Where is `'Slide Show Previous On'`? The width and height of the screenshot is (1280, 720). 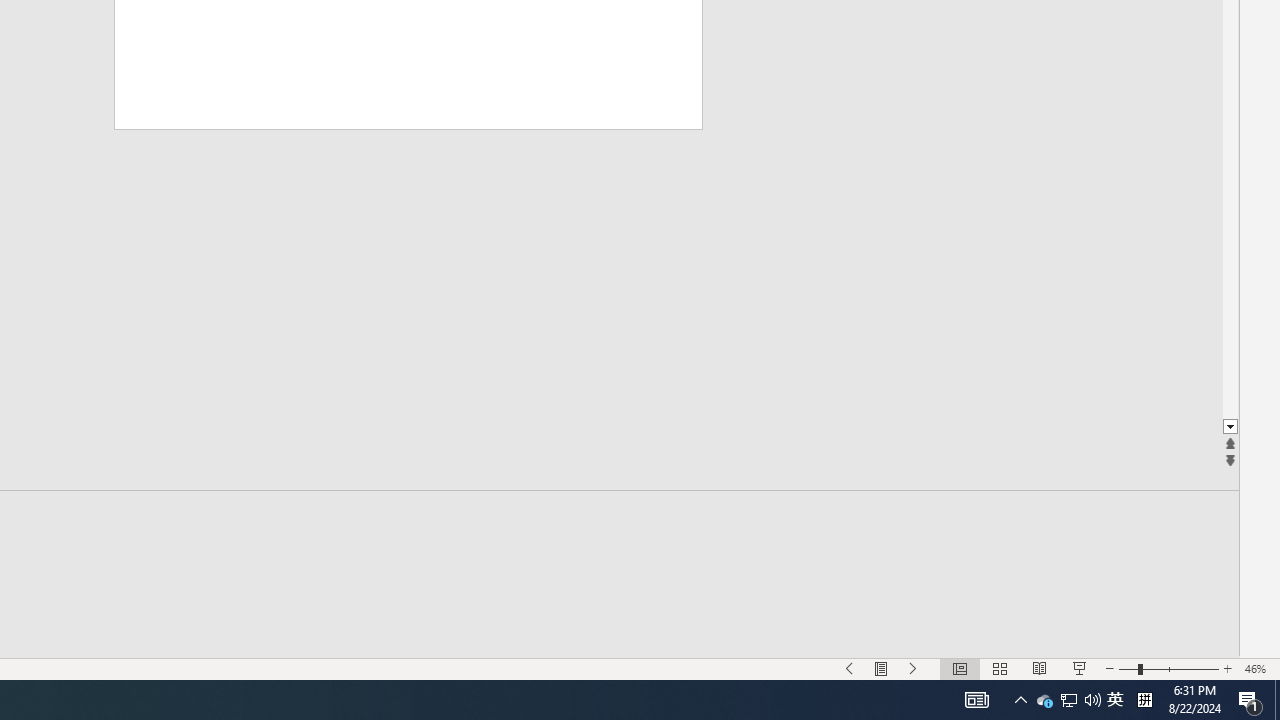
'Slide Show Previous On' is located at coordinates (850, 669).